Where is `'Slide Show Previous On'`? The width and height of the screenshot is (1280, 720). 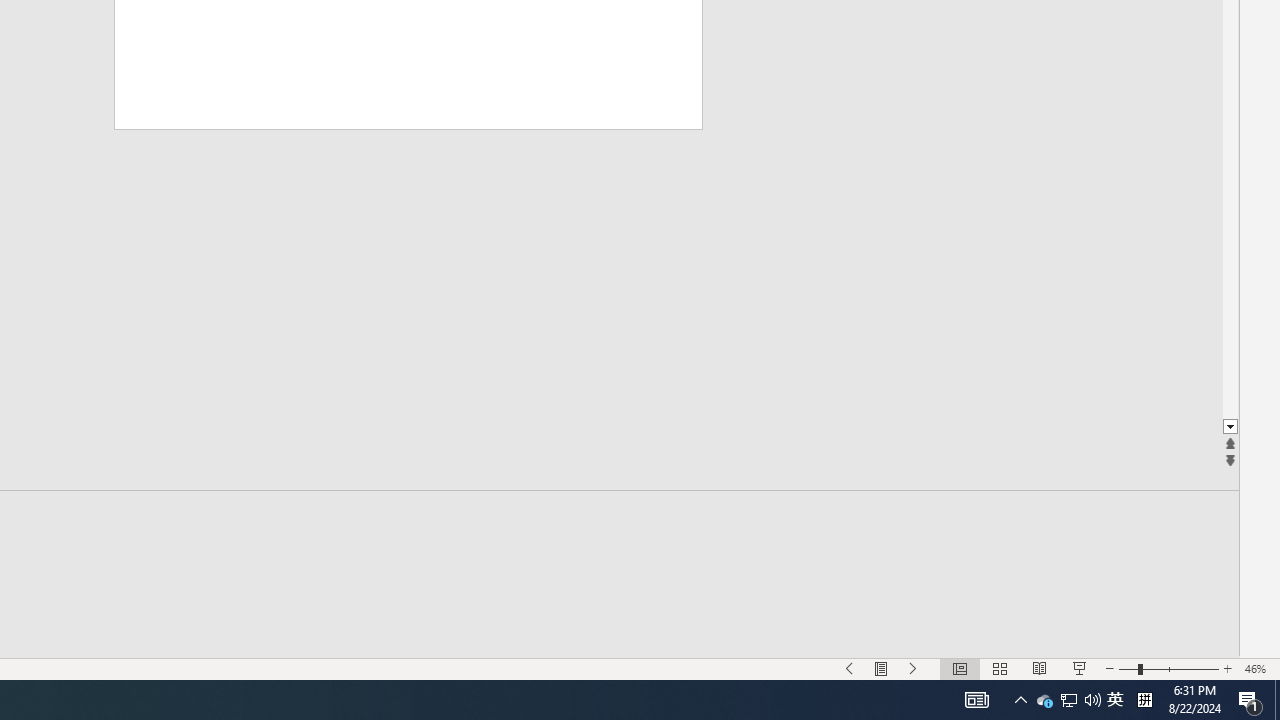
'Slide Show Previous On' is located at coordinates (850, 669).